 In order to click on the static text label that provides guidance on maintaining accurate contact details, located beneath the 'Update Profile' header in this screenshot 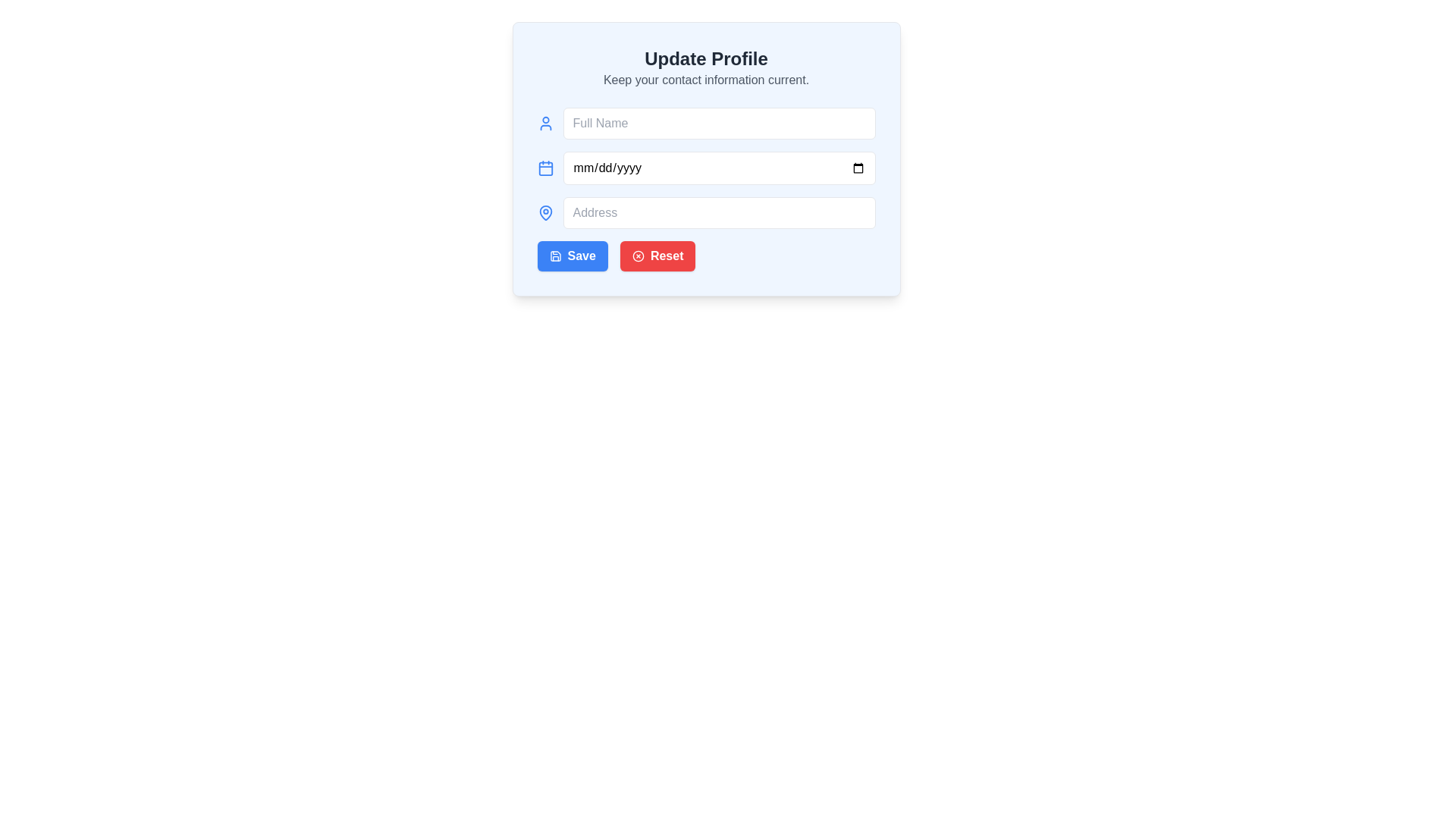, I will do `click(705, 80)`.